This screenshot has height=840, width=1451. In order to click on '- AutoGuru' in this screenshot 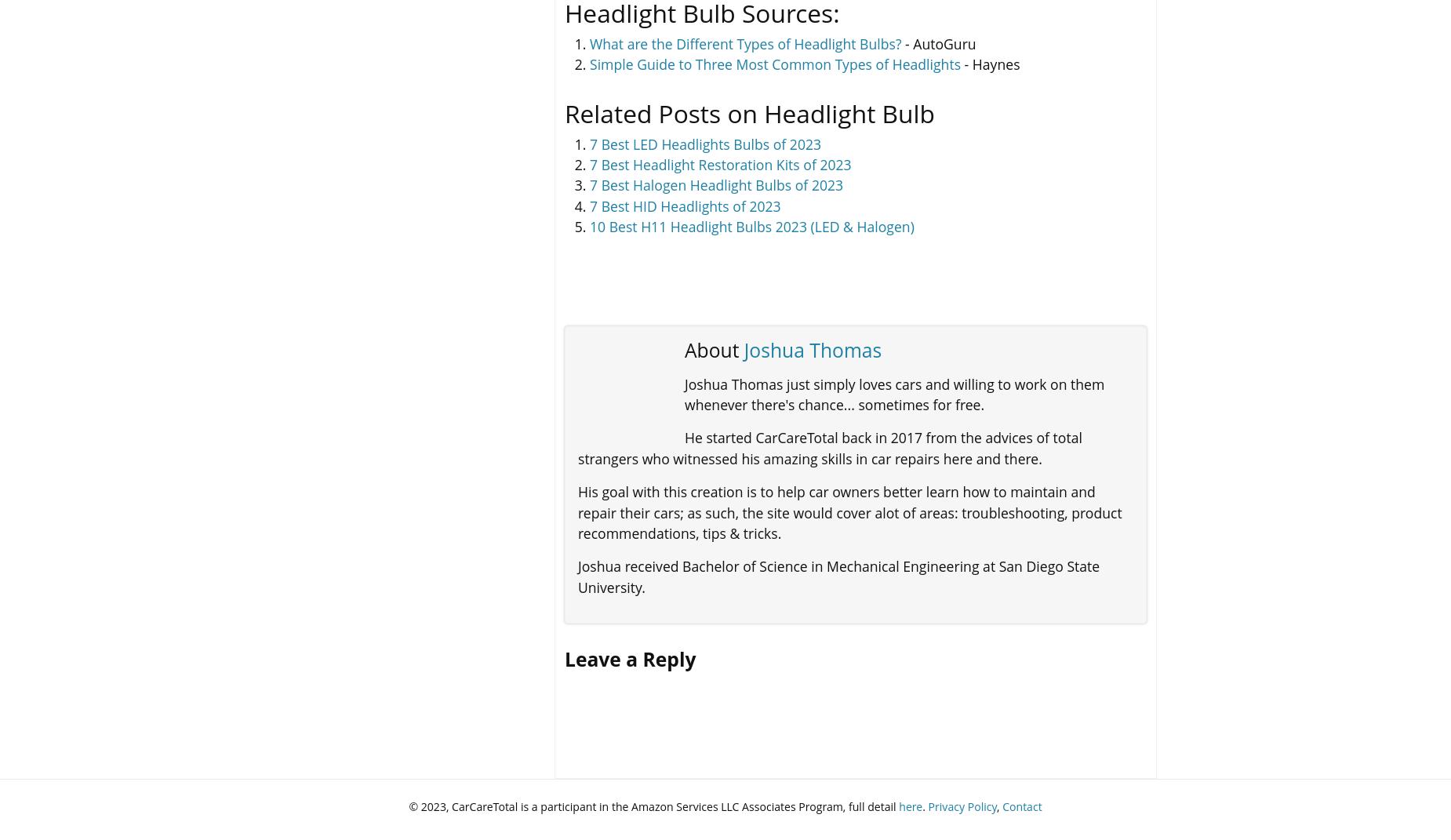, I will do `click(937, 42)`.